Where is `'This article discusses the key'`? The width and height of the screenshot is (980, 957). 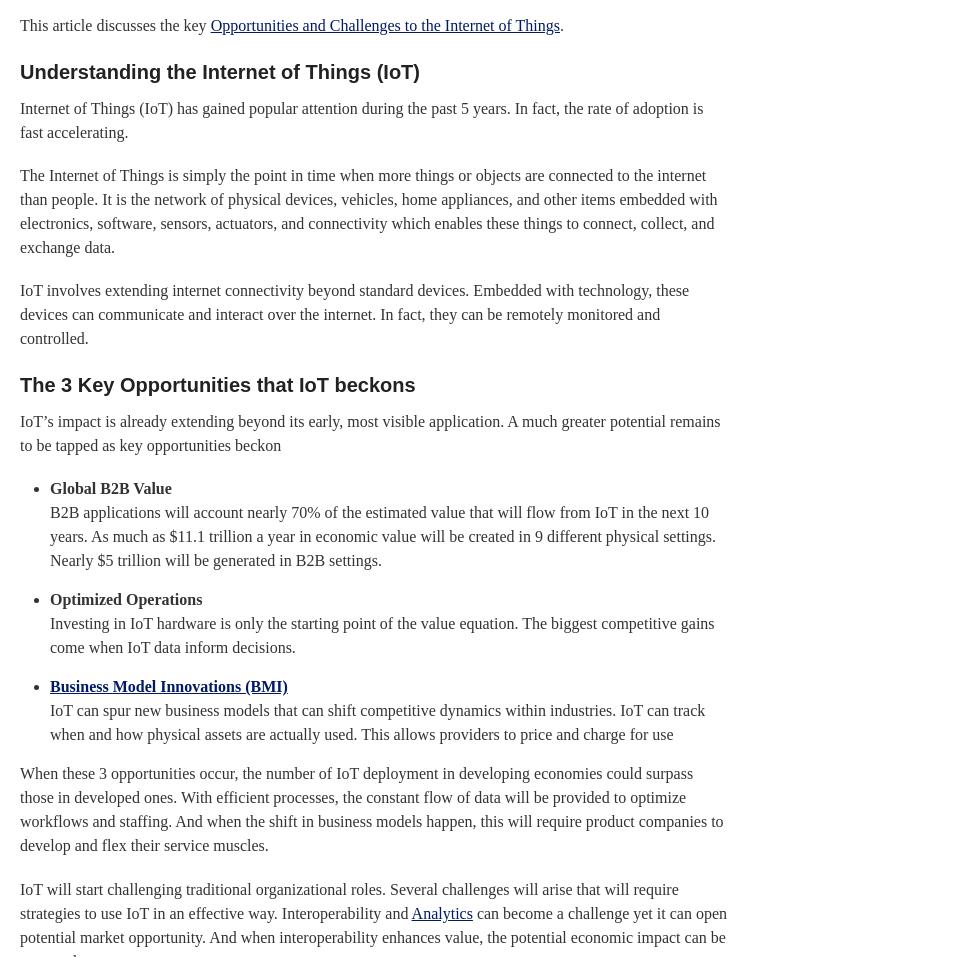 'This article discusses the key' is located at coordinates (114, 23).